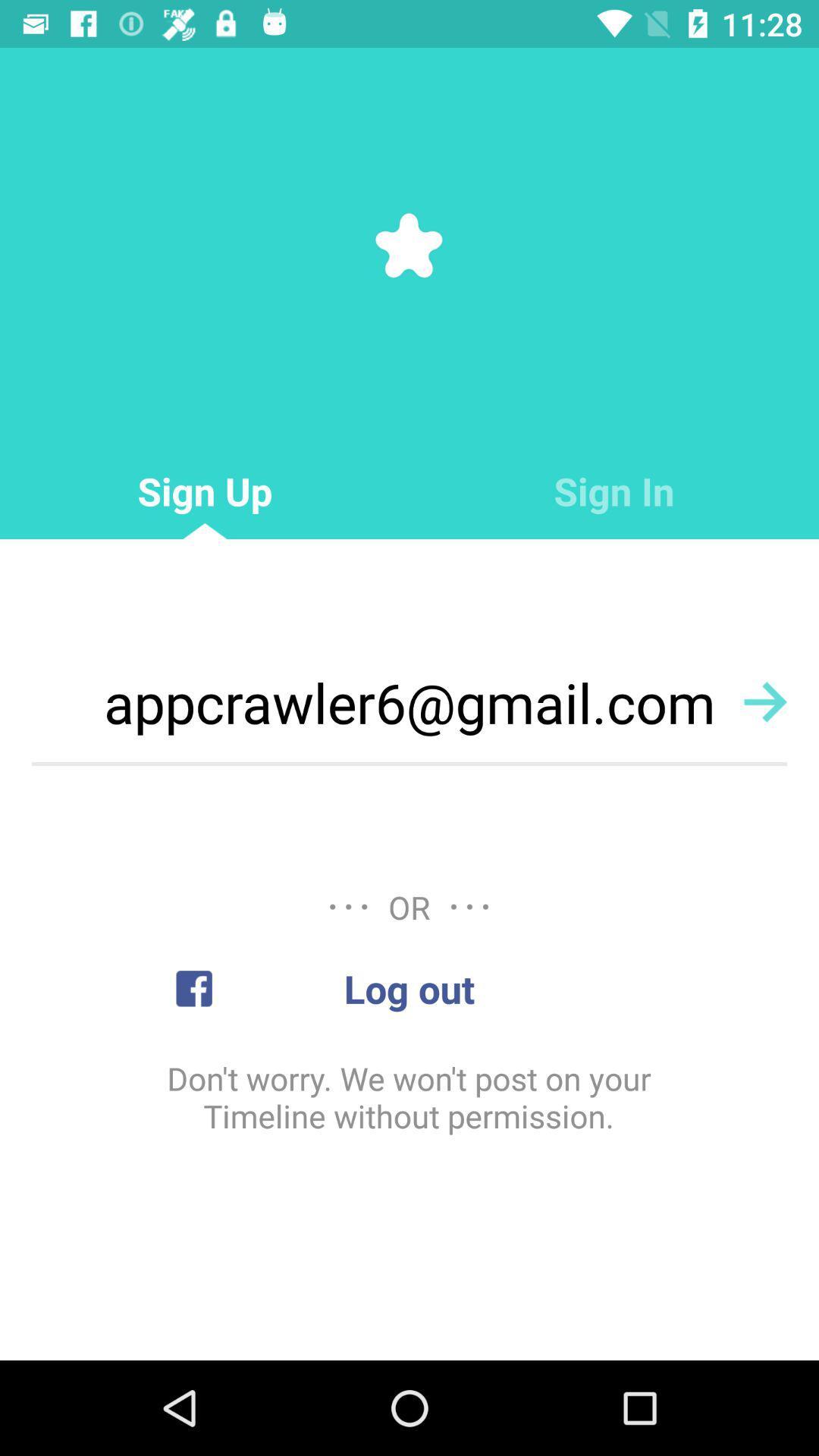 The height and width of the screenshot is (1456, 819). Describe the element at coordinates (409, 988) in the screenshot. I see `the log out item` at that location.